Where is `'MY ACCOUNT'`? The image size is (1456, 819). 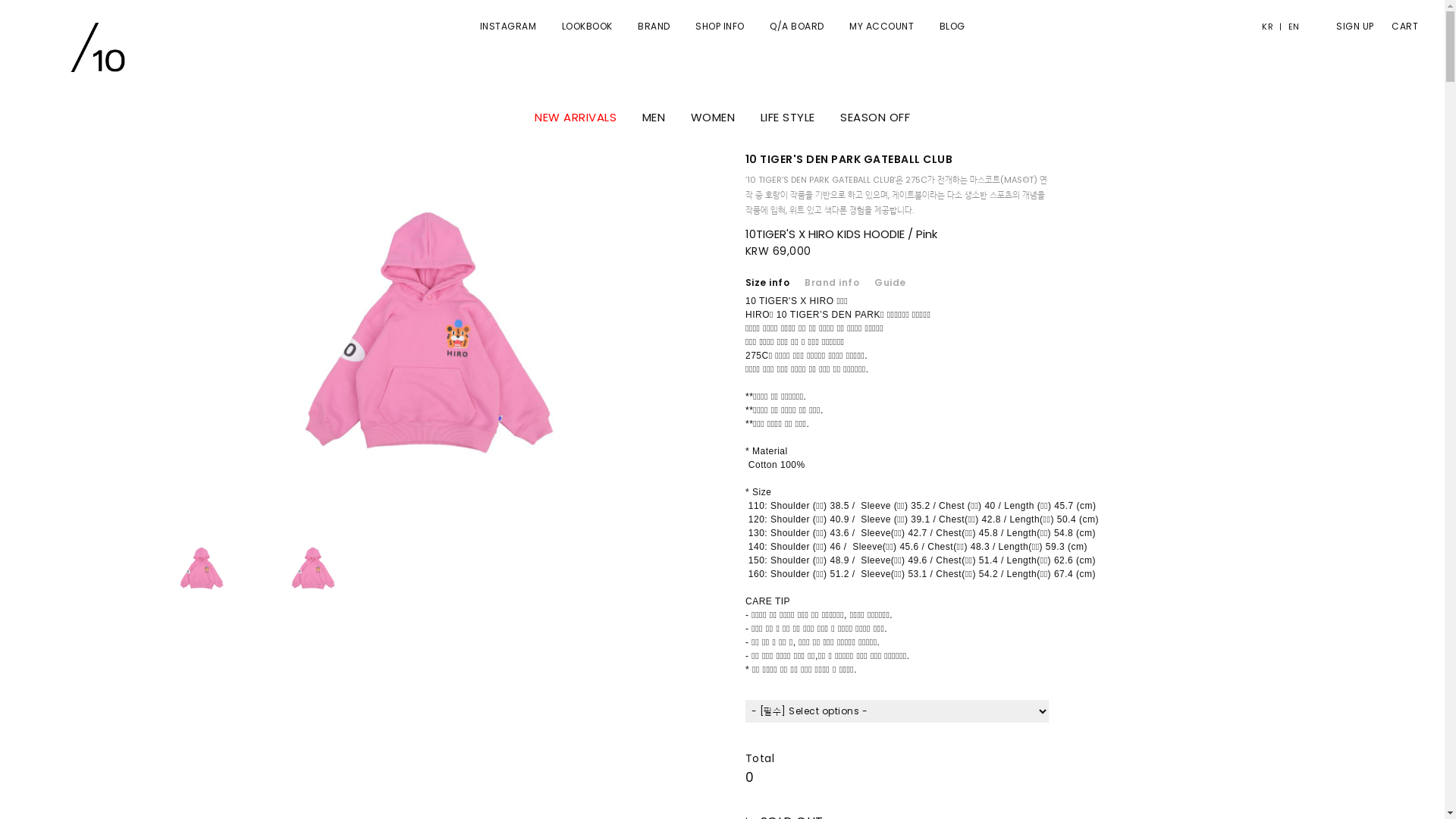
'MY ACCOUNT' is located at coordinates (881, 26).